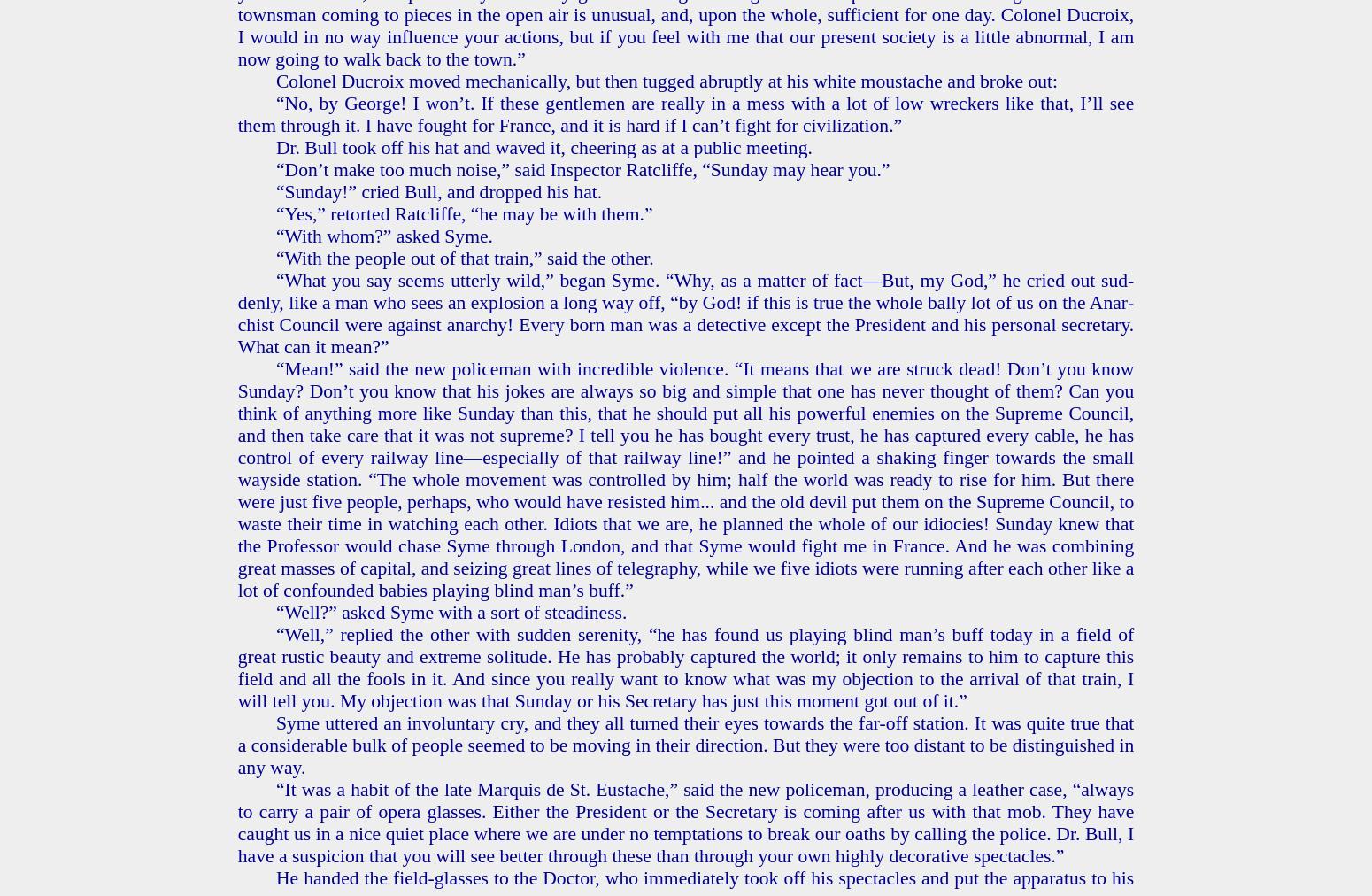 The width and height of the screenshot is (1372, 896). Describe the element at coordinates (666, 79) in the screenshot. I see `'Colonel Ducroix moved me­chan­i­cal­ly, but then tugged abrupt­ly at his white mous­tache and broke out:'` at that location.